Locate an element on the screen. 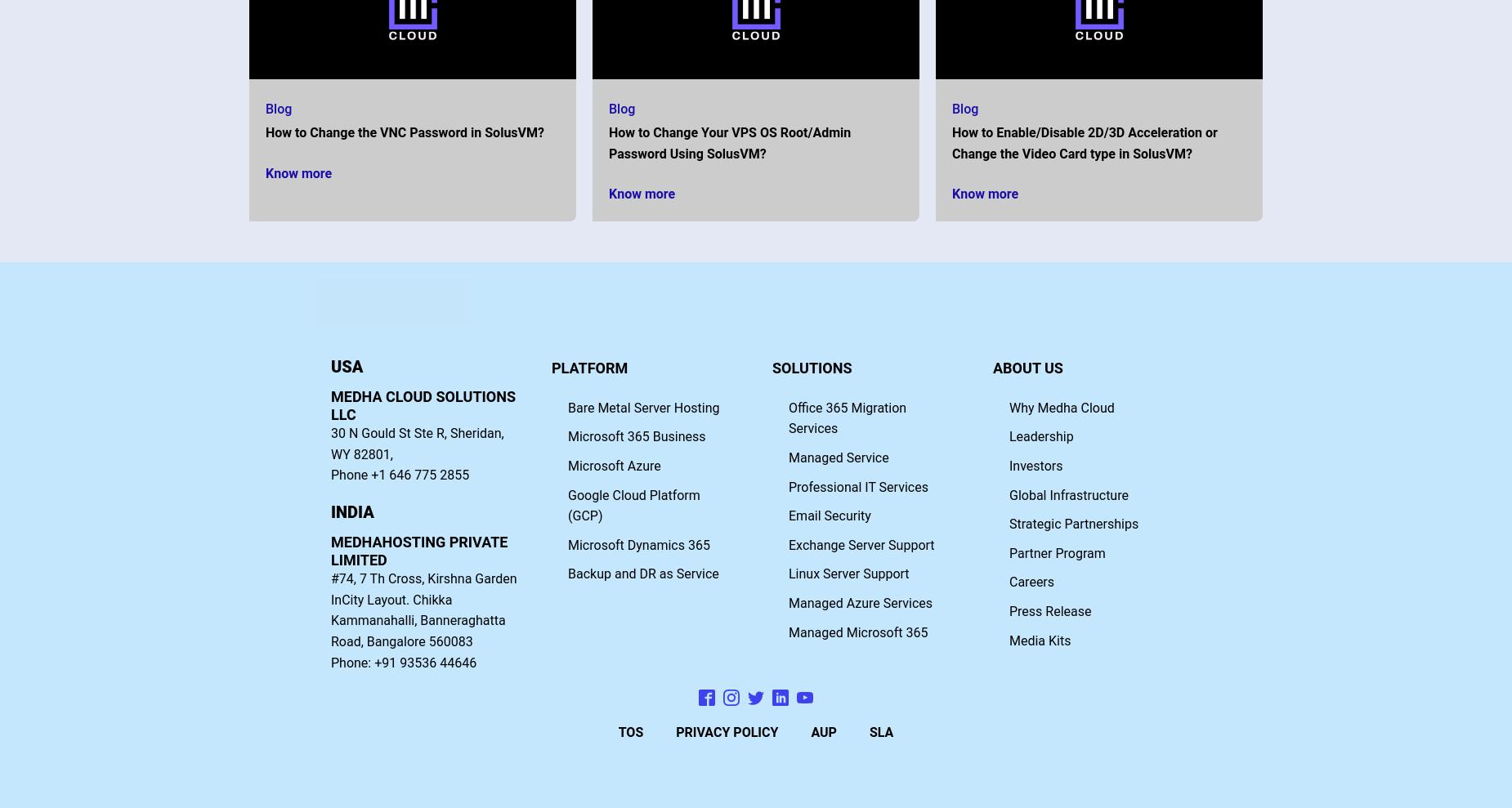 The height and width of the screenshot is (808, 1512). 'Phone +1 646 775 2855' is located at coordinates (400, 474).